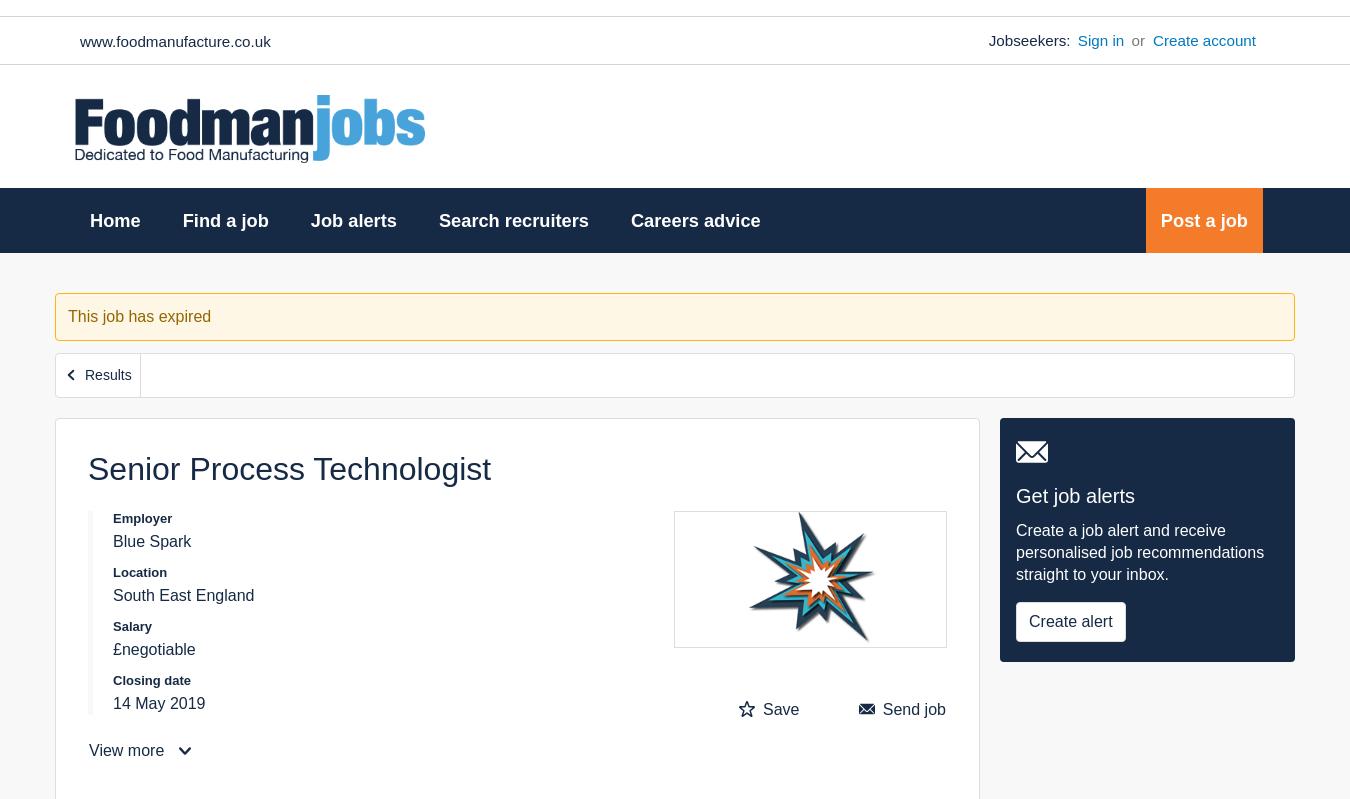 Image resolution: width=1350 pixels, height=799 pixels. Describe the element at coordinates (1030, 39) in the screenshot. I see `'Jobseekers:'` at that location.